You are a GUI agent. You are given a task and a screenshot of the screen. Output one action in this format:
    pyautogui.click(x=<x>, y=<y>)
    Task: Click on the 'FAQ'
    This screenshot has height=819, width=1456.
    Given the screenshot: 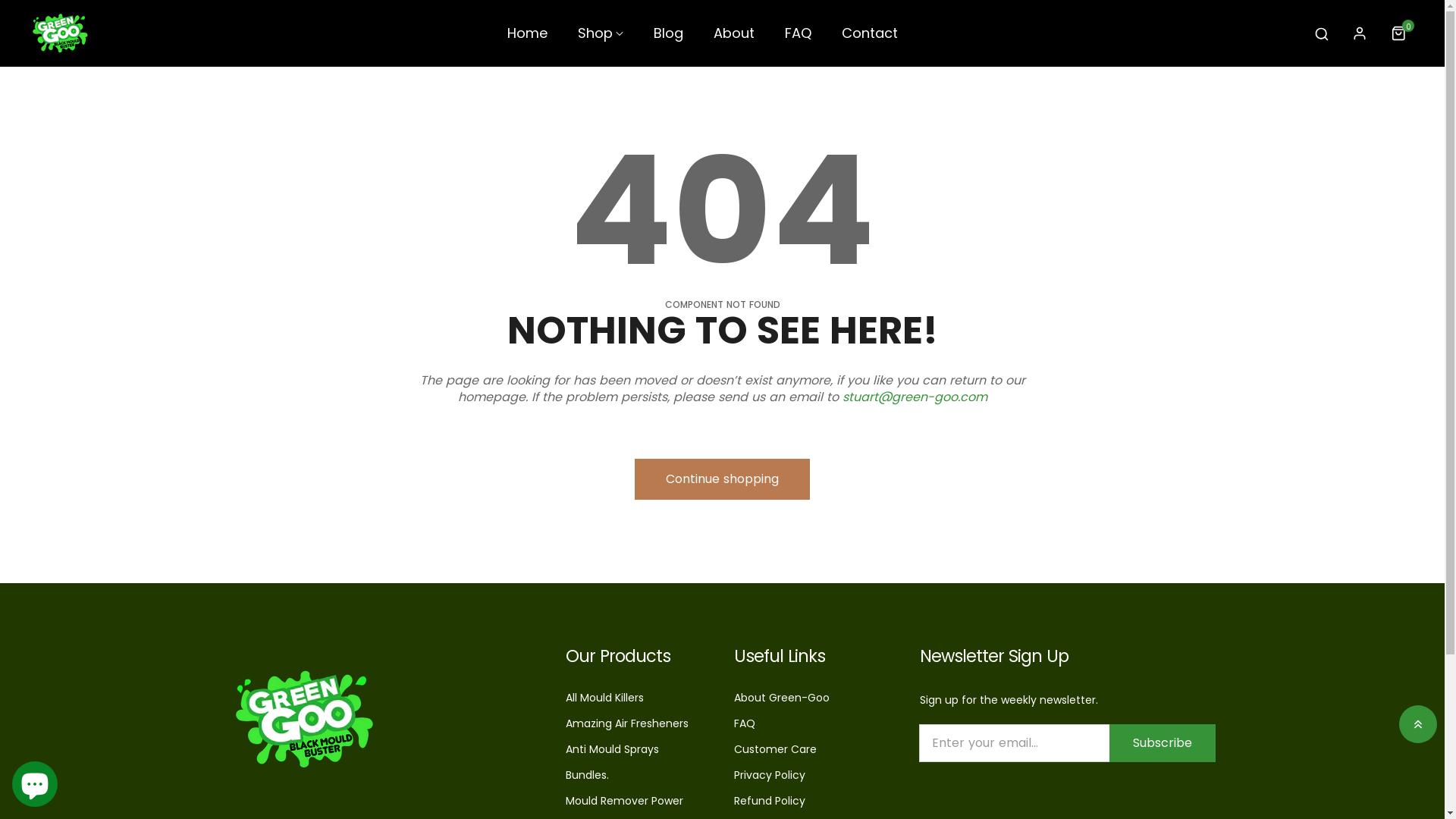 What is the action you would take?
    pyautogui.click(x=734, y=722)
    